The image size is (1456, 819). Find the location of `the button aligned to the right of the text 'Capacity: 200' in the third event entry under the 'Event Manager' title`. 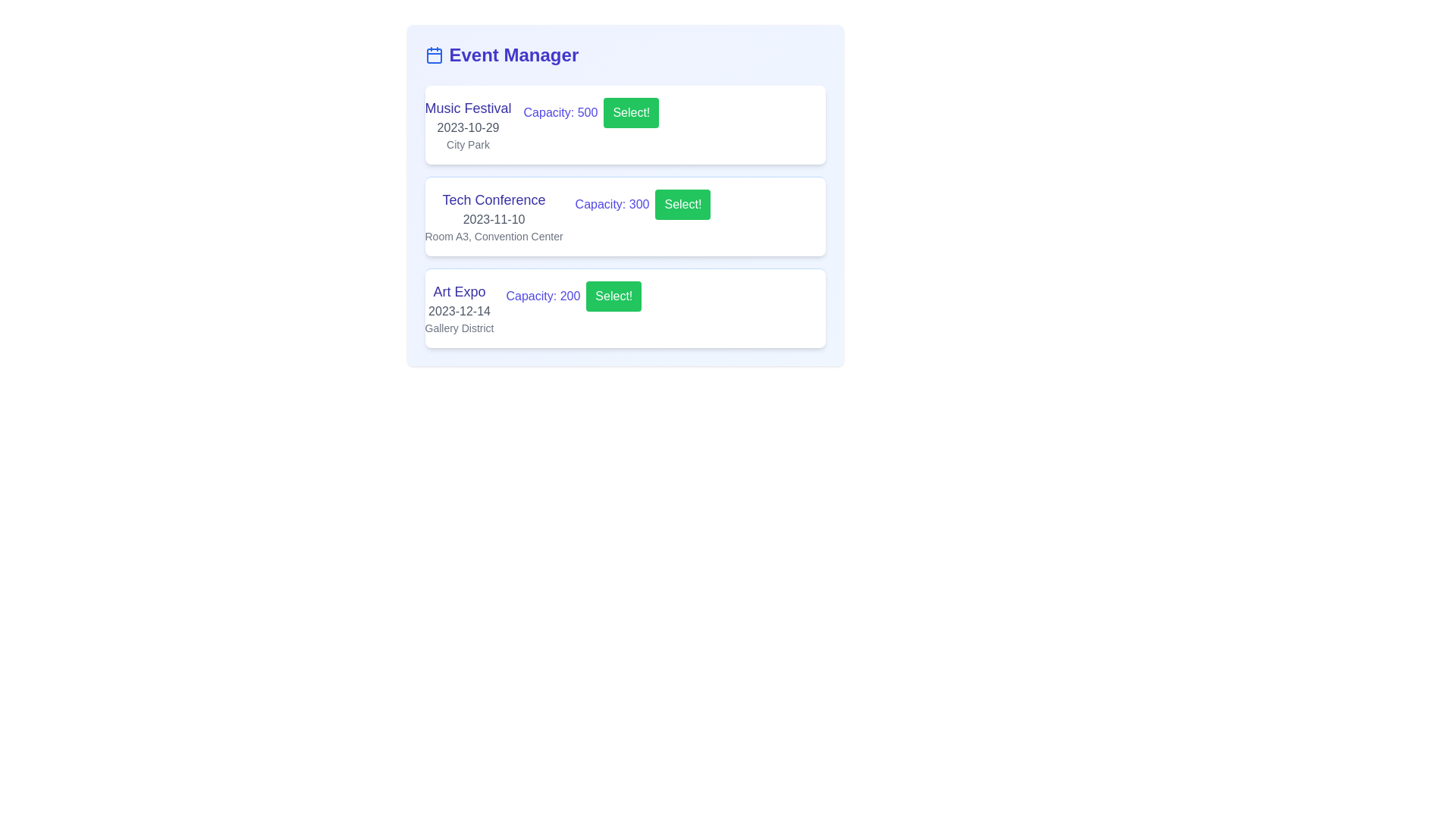

the button aligned to the right of the text 'Capacity: 200' in the third event entry under the 'Event Manager' title is located at coordinates (613, 296).